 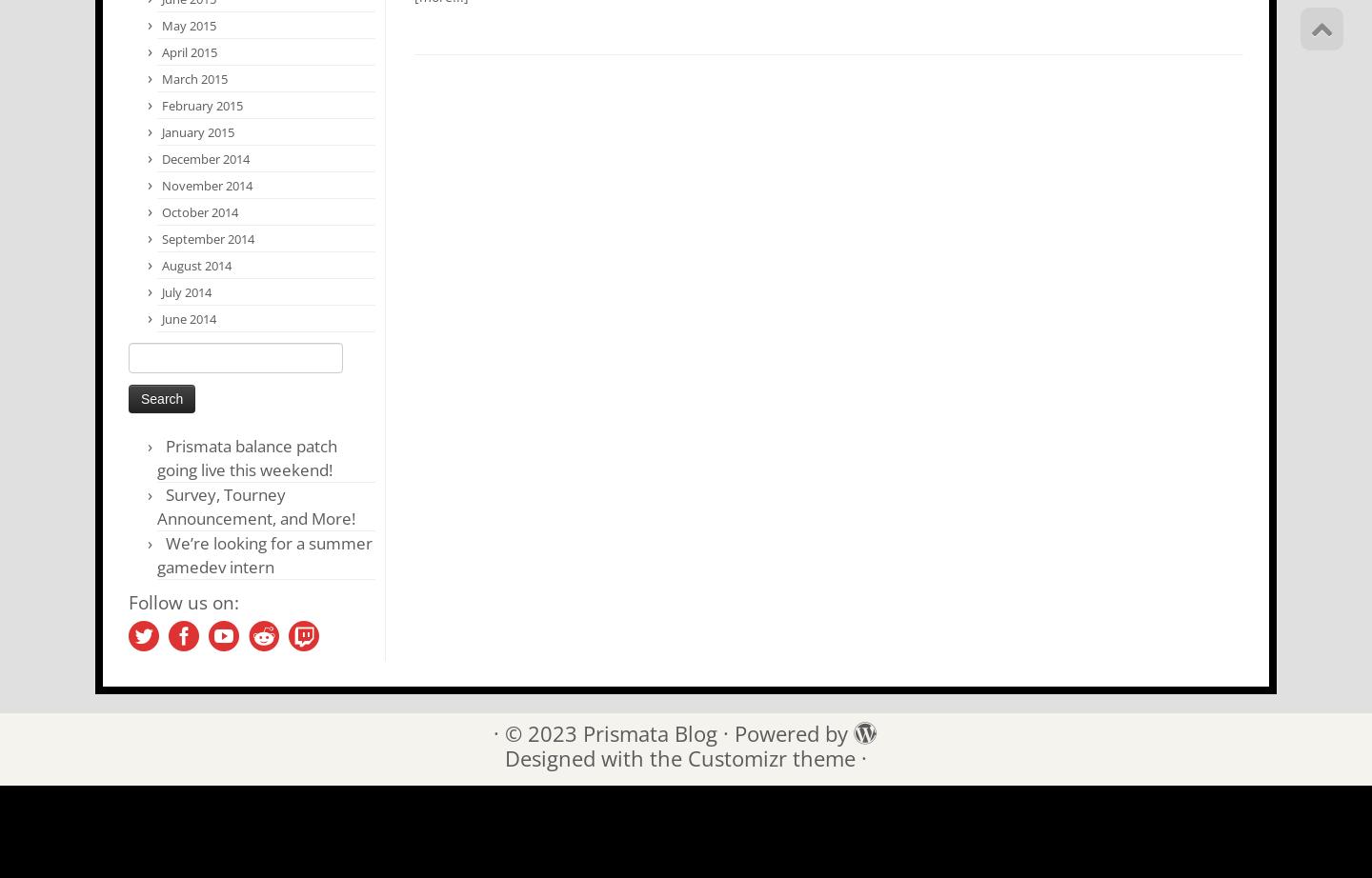 What do you see at coordinates (207, 186) in the screenshot?
I see `'November 2014'` at bounding box center [207, 186].